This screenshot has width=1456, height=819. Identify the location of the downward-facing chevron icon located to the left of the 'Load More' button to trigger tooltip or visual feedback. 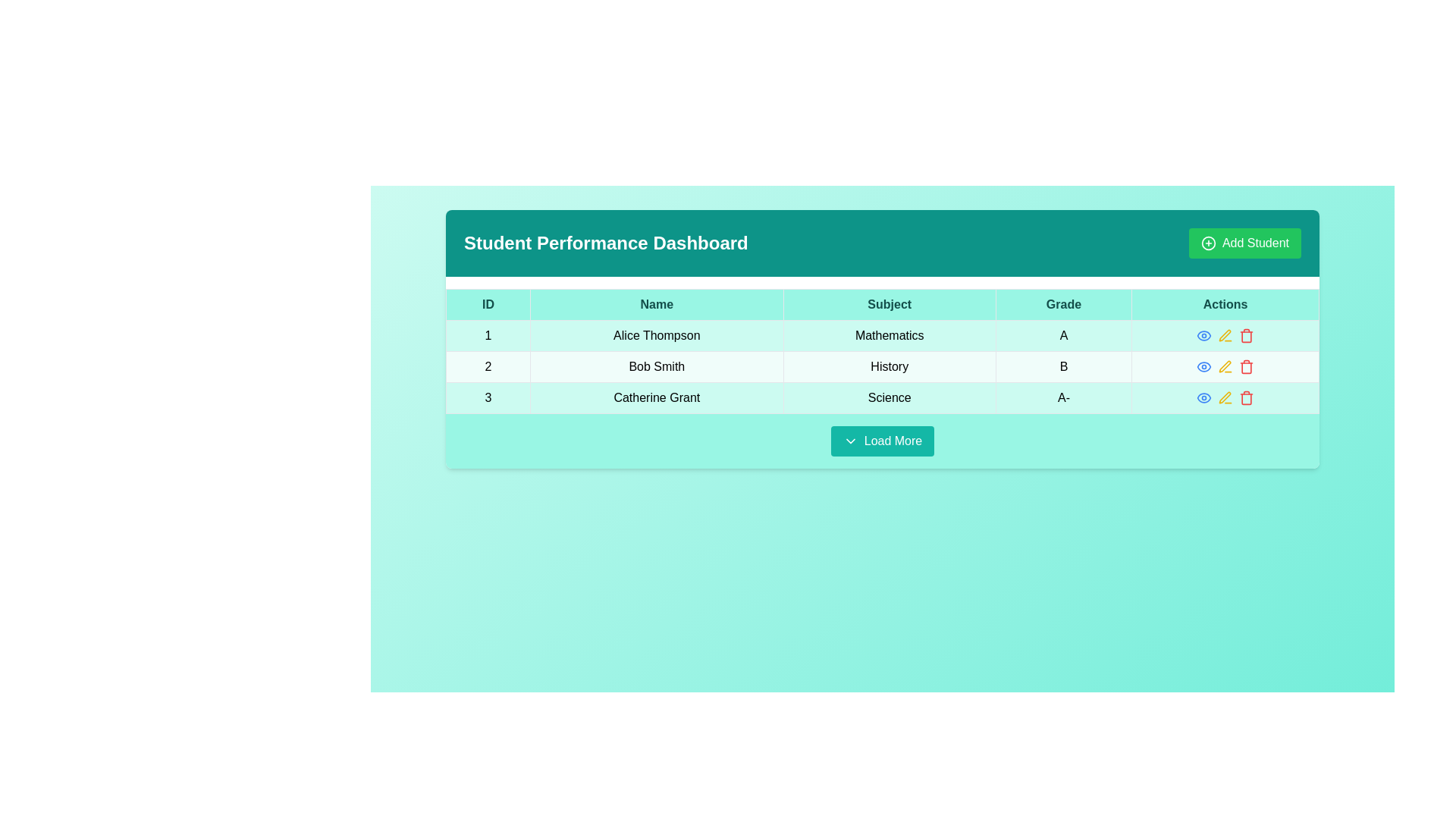
(850, 441).